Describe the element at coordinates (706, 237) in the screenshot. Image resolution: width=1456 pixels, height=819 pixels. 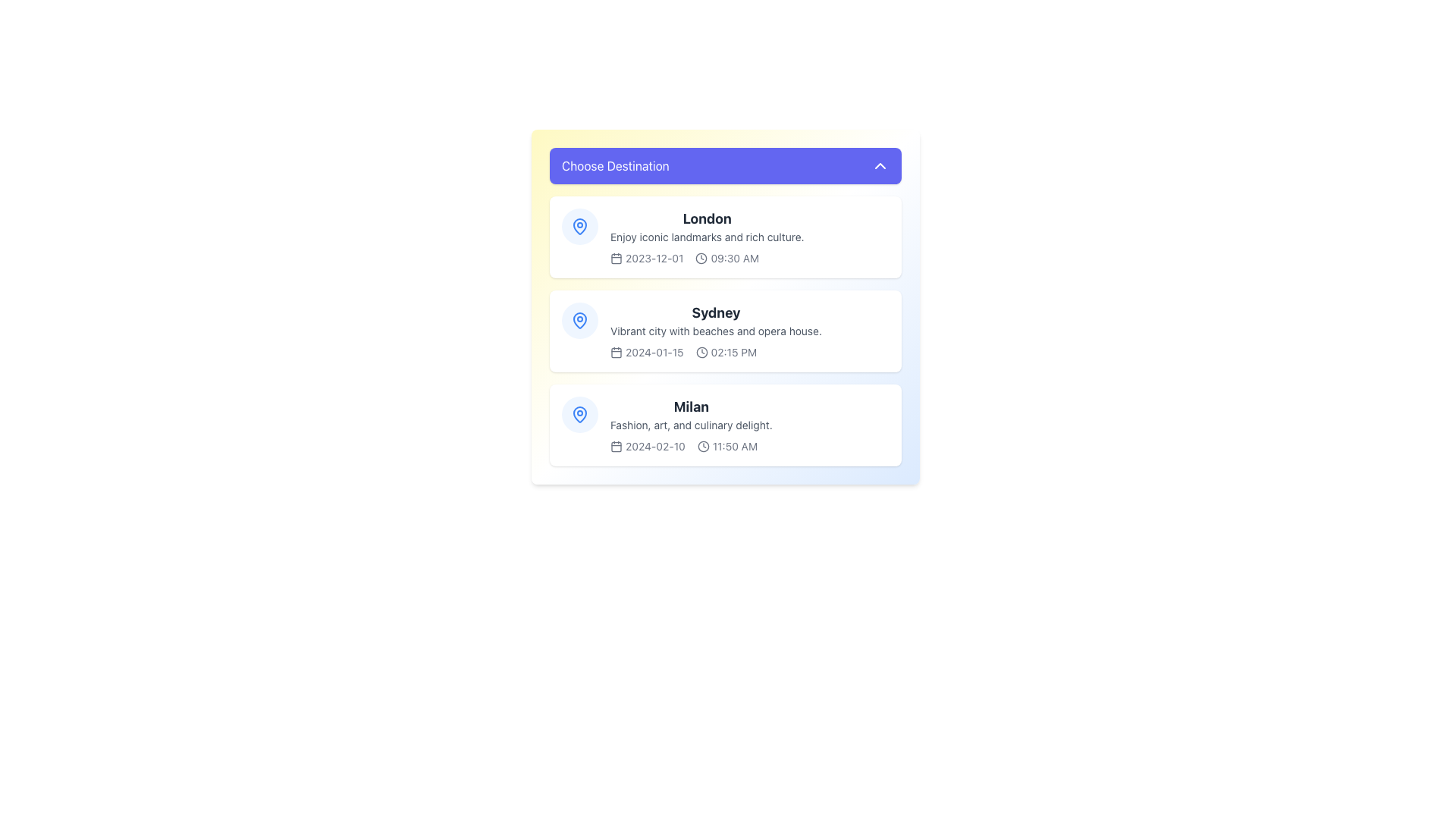
I see `text element containing 'Enjoy iconic landmarks and rich culture.' located below the 'London' heading in the card-like structure` at that location.